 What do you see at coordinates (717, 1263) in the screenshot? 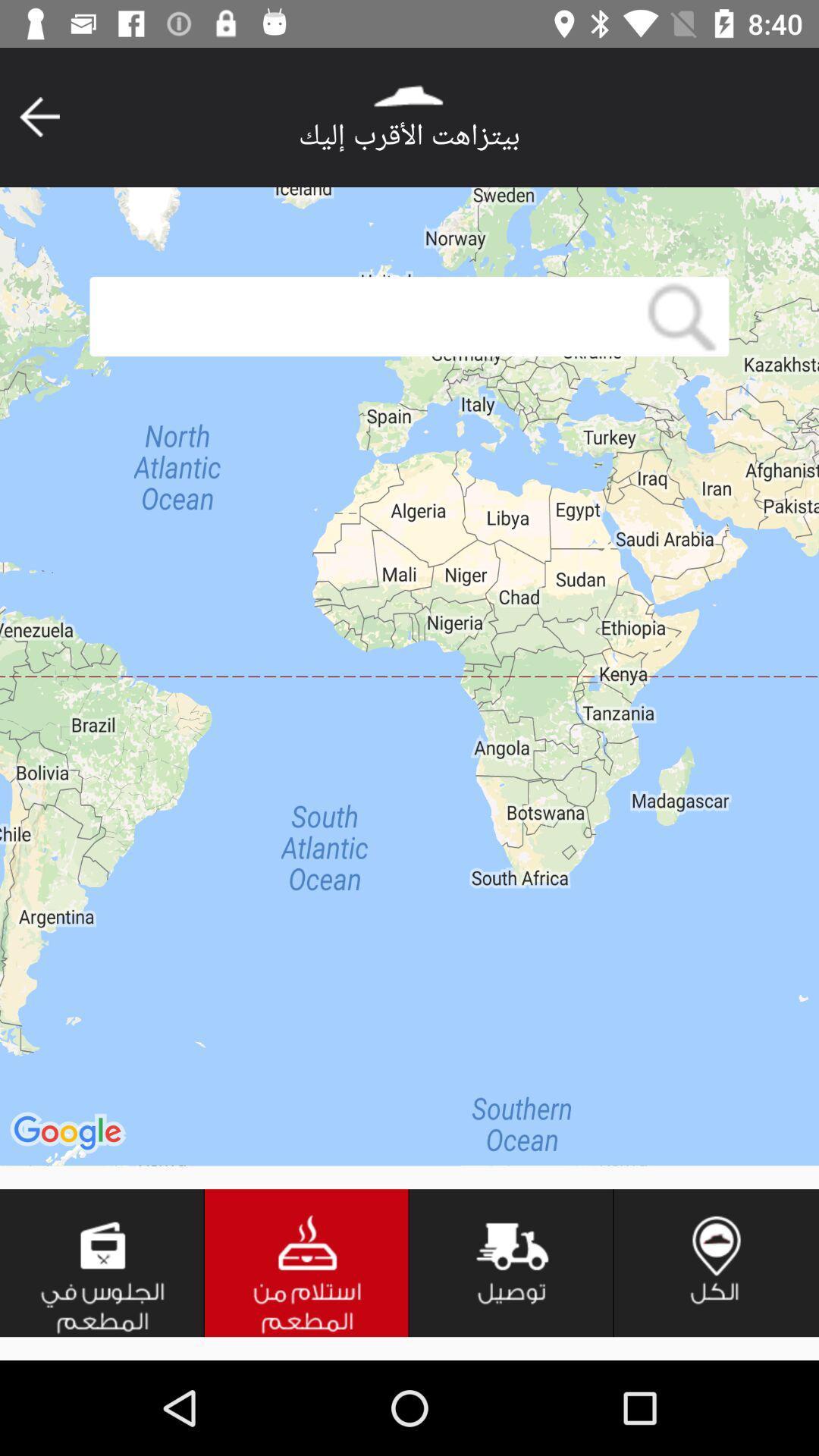
I see `icon at the bottom right corner` at bounding box center [717, 1263].